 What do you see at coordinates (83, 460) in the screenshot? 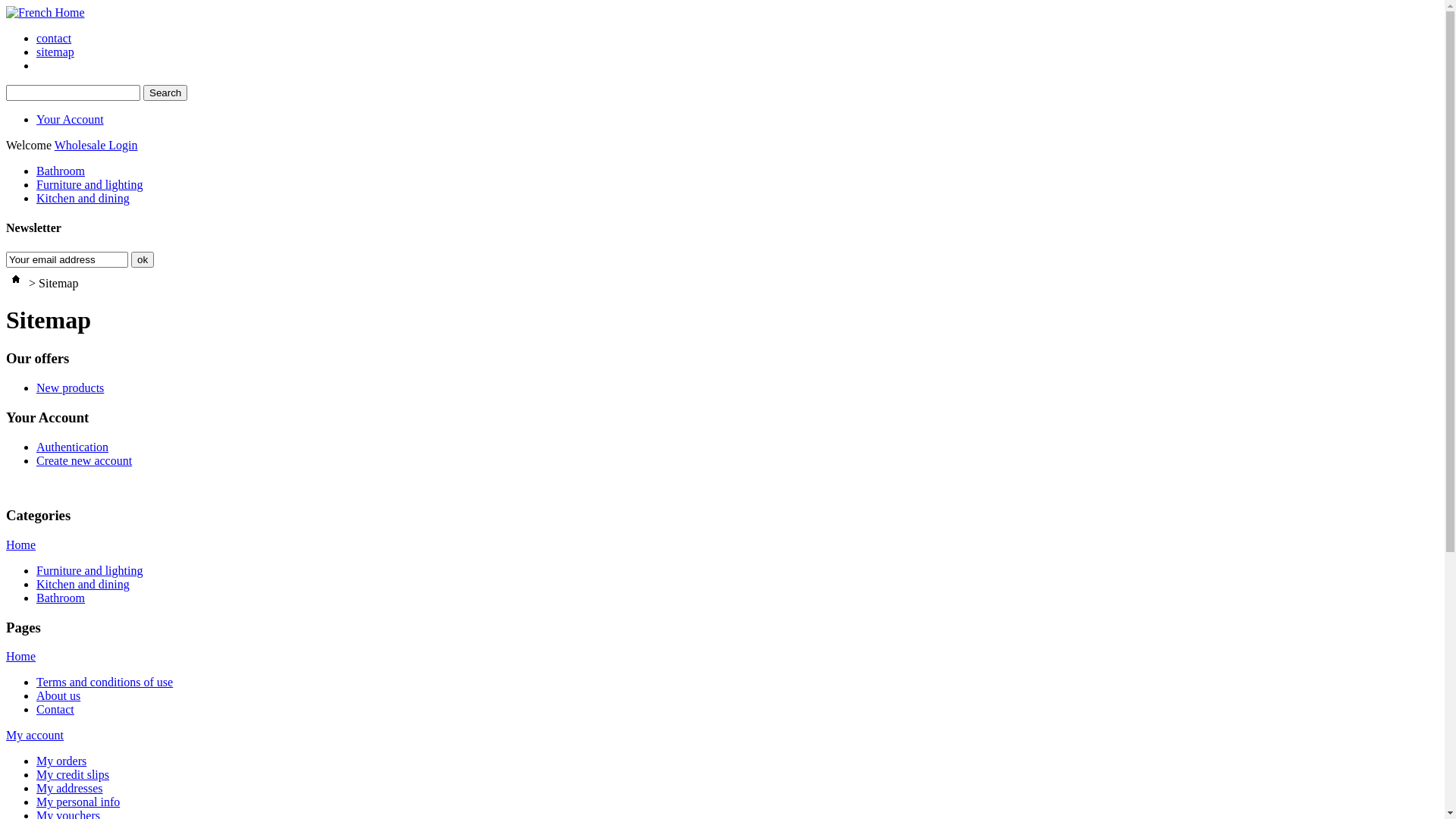
I see `'Create new account'` at bounding box center [83, 460].